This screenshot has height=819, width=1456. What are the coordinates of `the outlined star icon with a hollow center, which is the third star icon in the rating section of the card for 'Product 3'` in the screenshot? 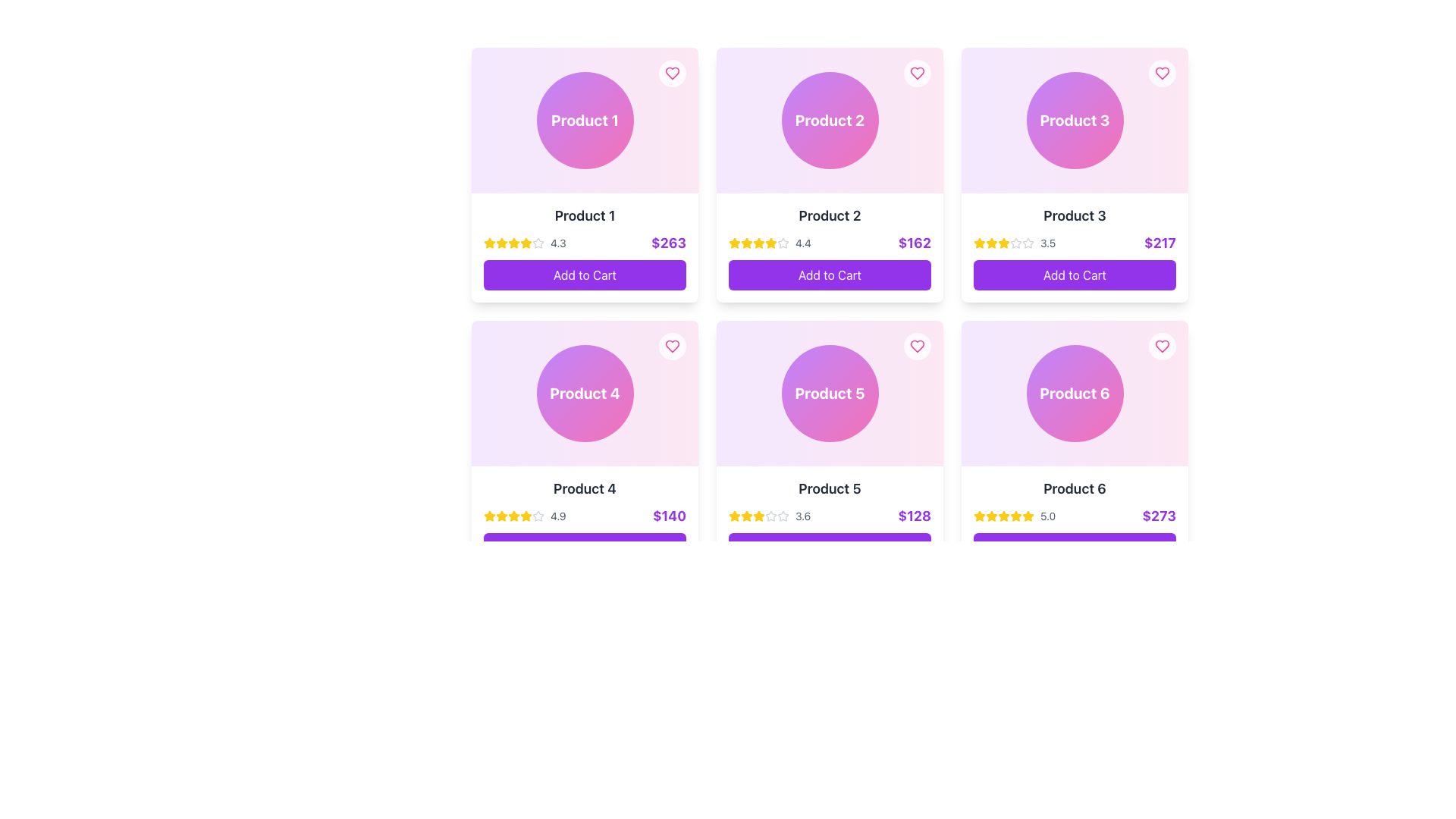 It's located at (1028, 242).